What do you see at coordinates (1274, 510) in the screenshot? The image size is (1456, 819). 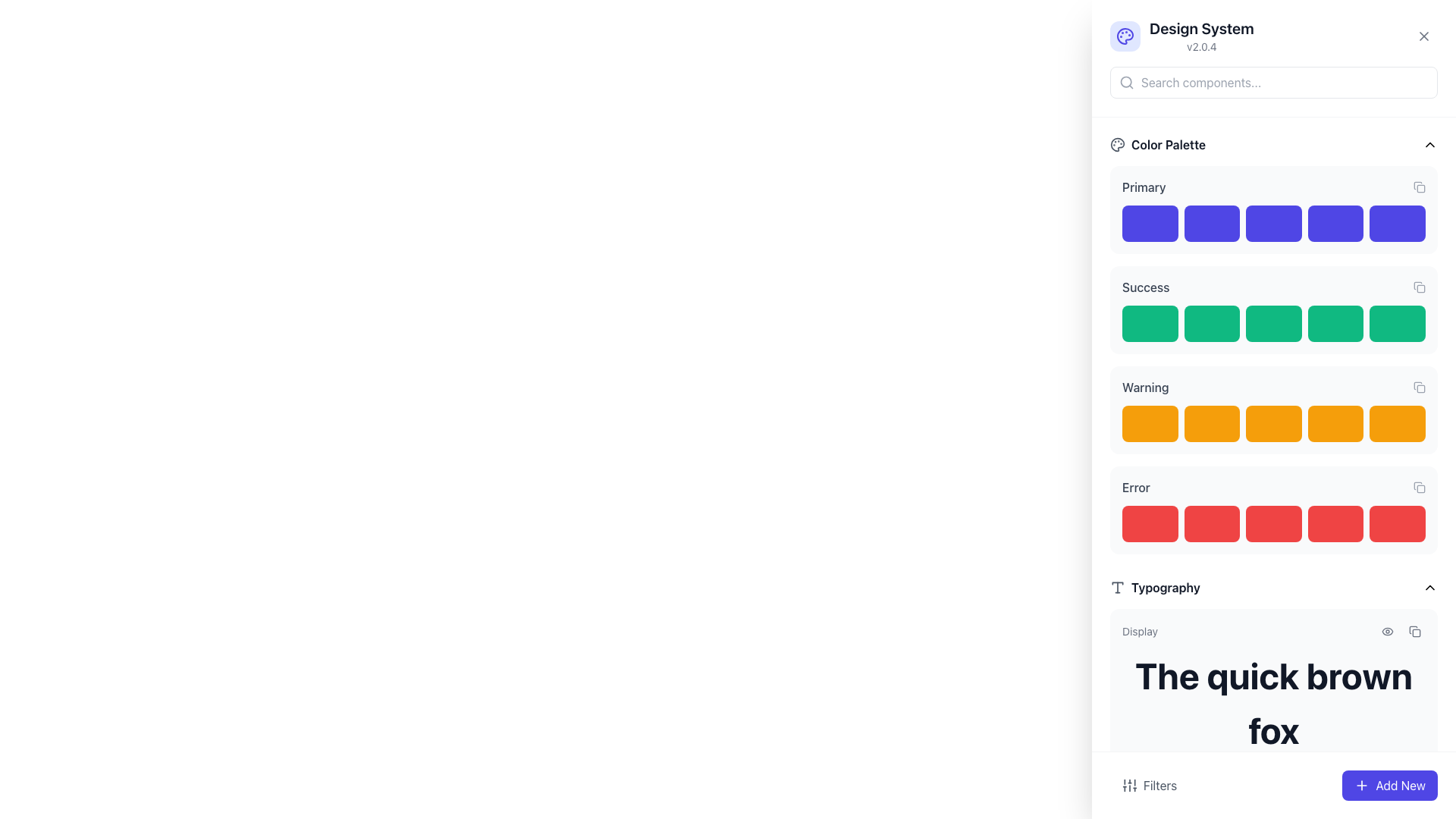 I see `the button representing the 'Error' category` at bounding box center [1274, 510].